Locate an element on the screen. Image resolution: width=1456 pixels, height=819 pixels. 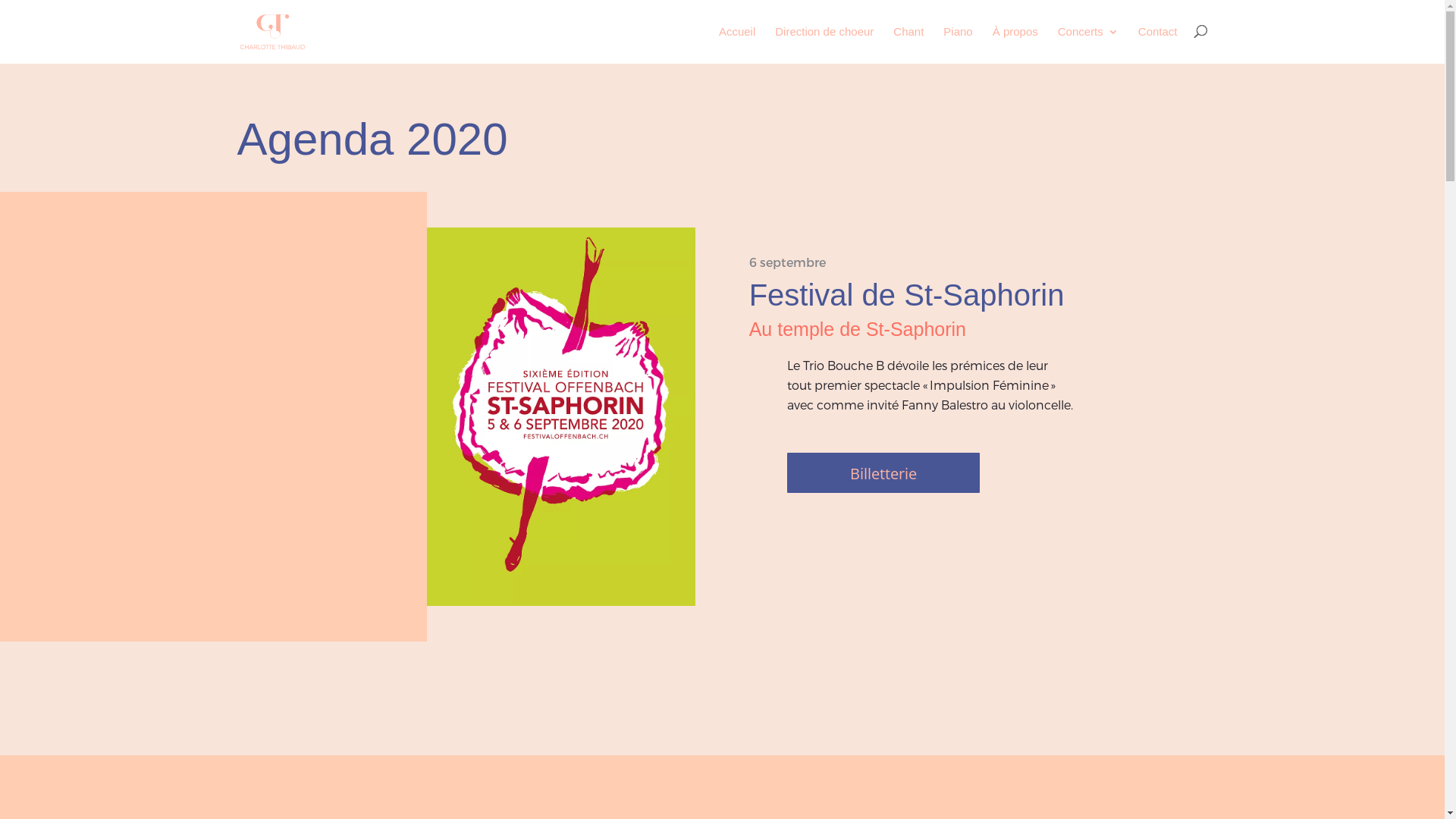
'Chant' is located at coordinates (893, 43).